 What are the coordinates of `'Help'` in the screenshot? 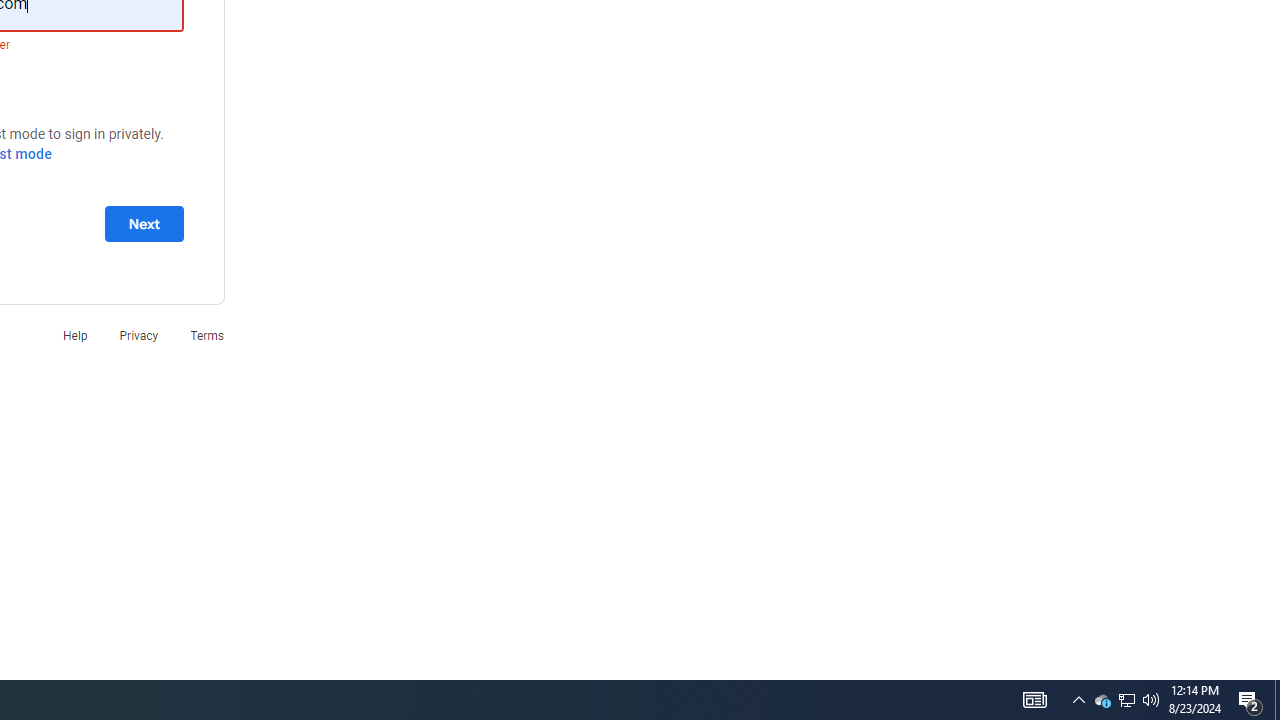 It's located at (74, 334).